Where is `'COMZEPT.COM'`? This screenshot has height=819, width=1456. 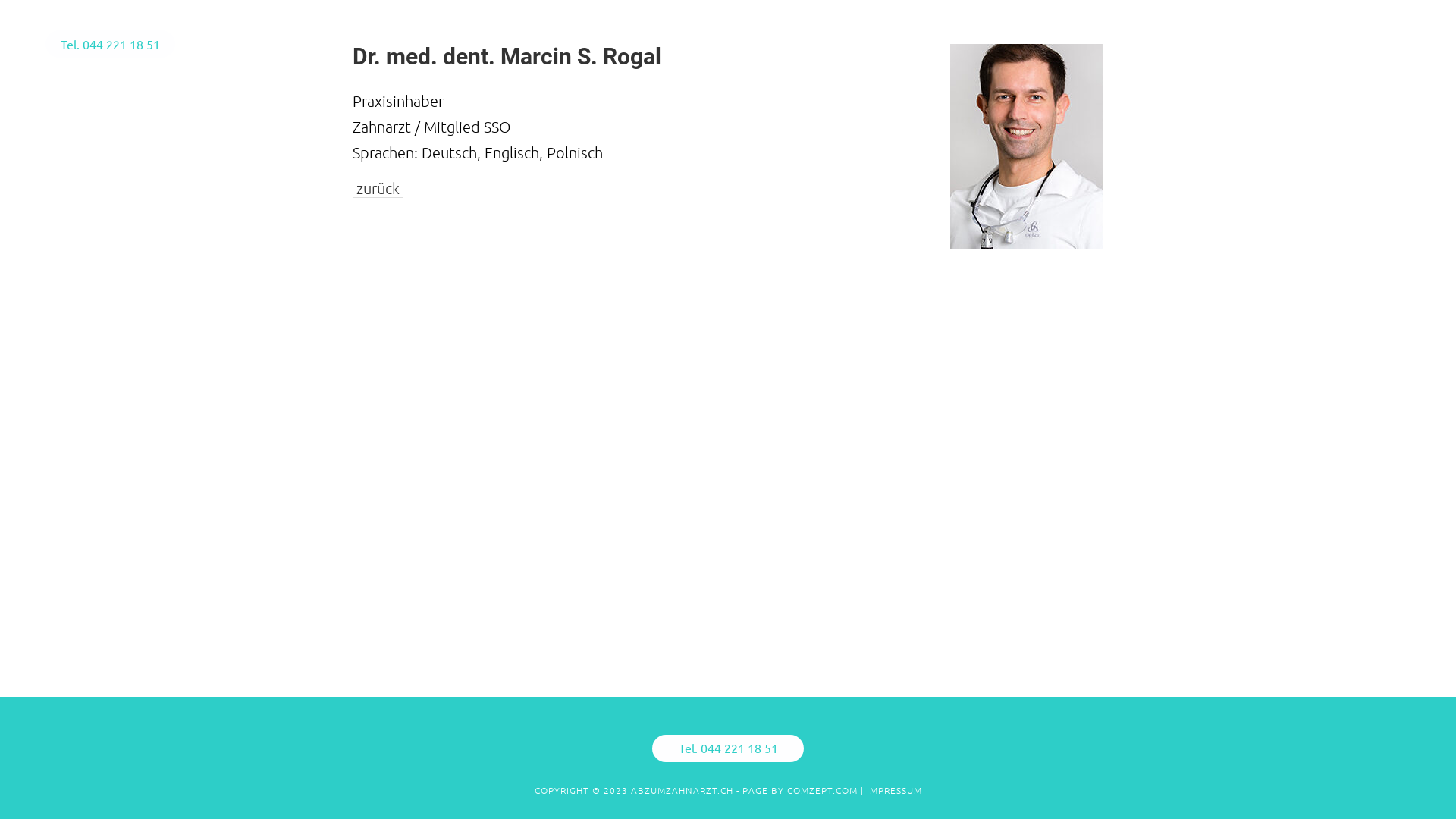
'COMZEPT.COM' is located at coordinates (821, 789).